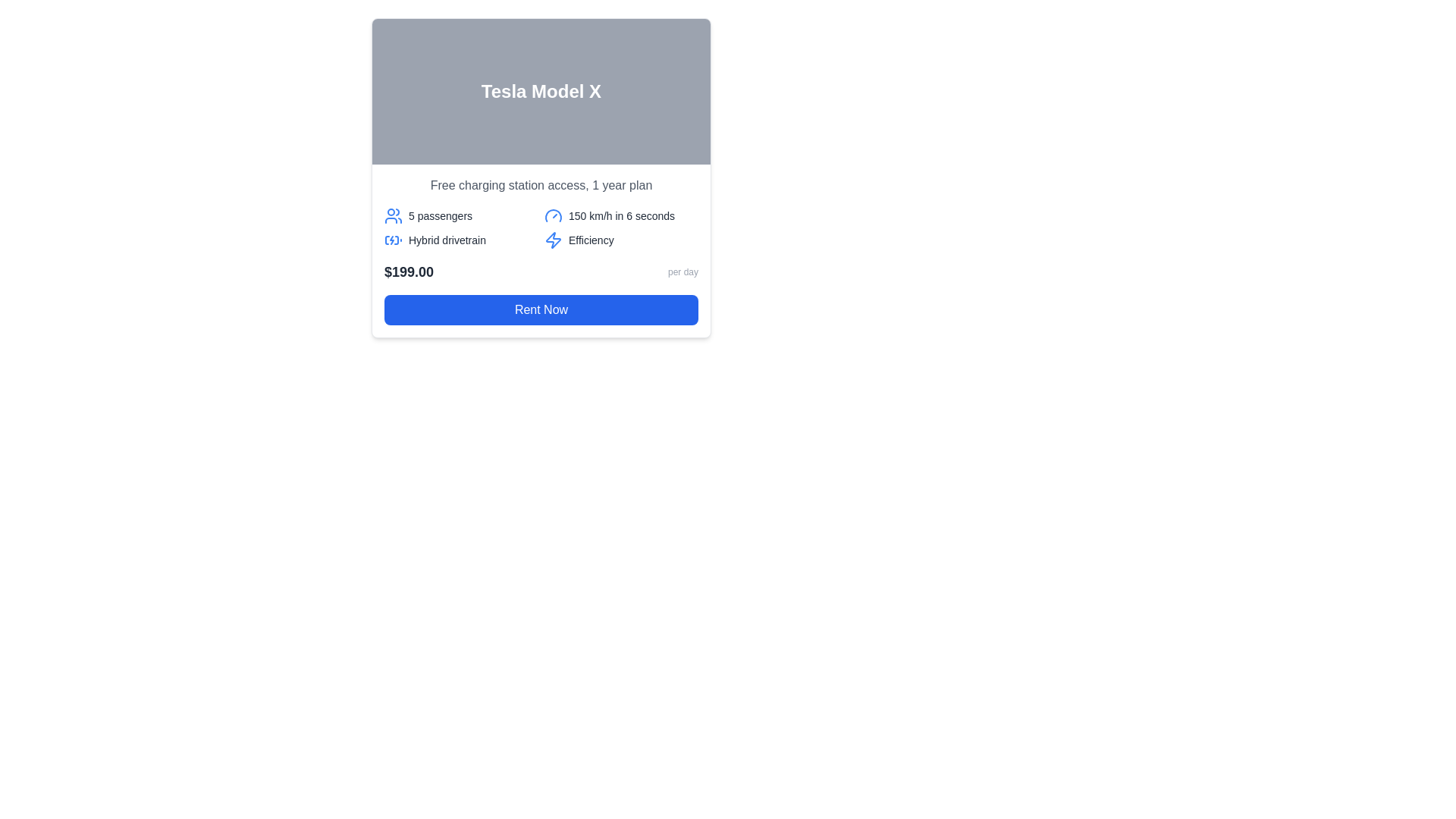 Image resolution: width=1456 pixels, height=819 pixels. I want to click on information displayed in the Grid layout containing text and icons located in the middle section of the vehicle detail card, positioned below the description 'Free charging station access, 1 year plan' and above the price section of '$199.00 per day', so click(541, 227).